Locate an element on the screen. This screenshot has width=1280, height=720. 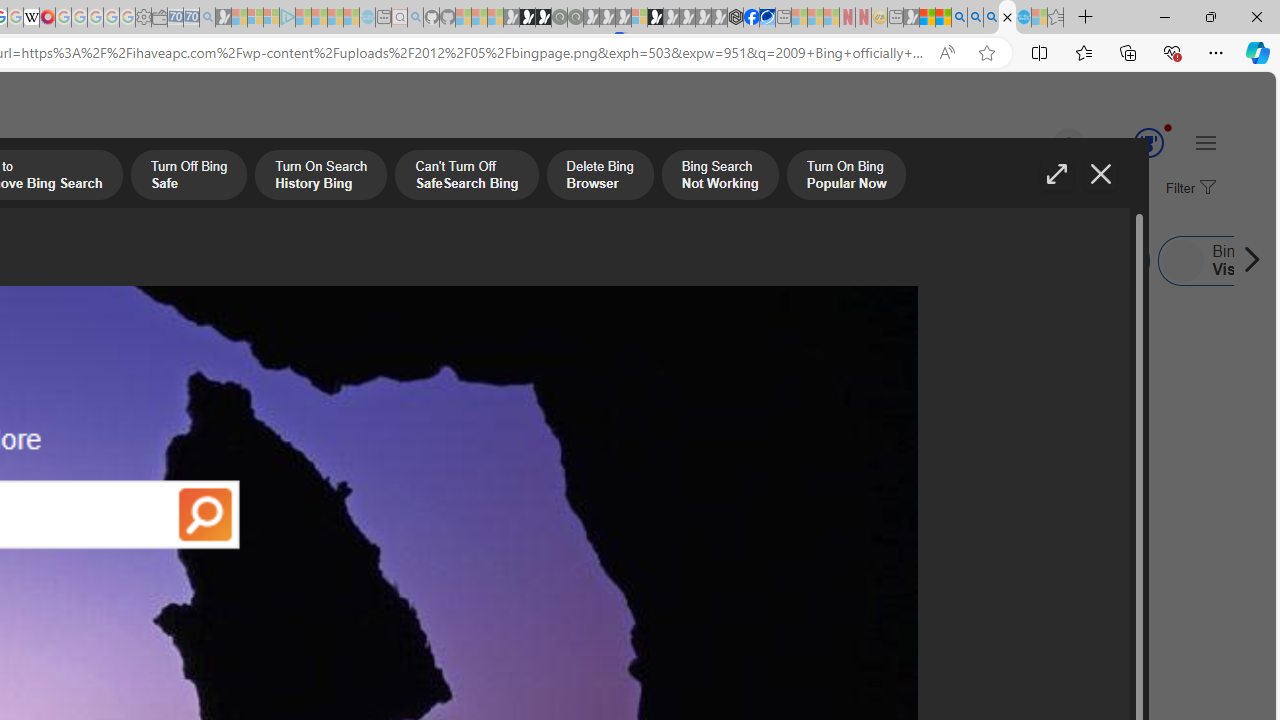
'Home | Sky Blue Bikes - Sky Blue Bikes - Sleeping' is located at coordinates (367, 17).